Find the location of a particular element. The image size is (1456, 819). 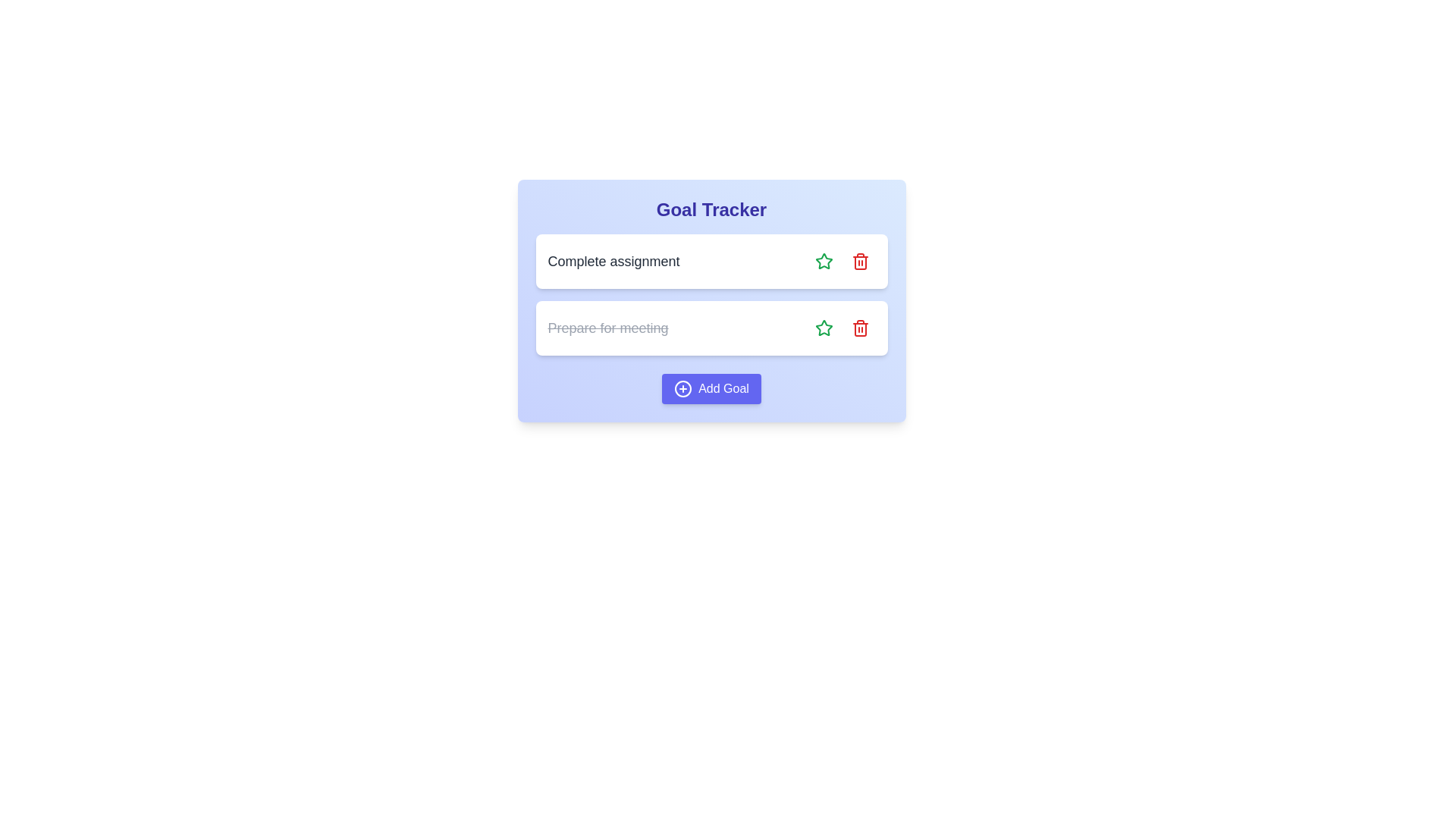

the text component displaying the title 'Goal Tracker' in bold, large indigo font, located at the top-center of a card component is located at coordinates (711, 210).